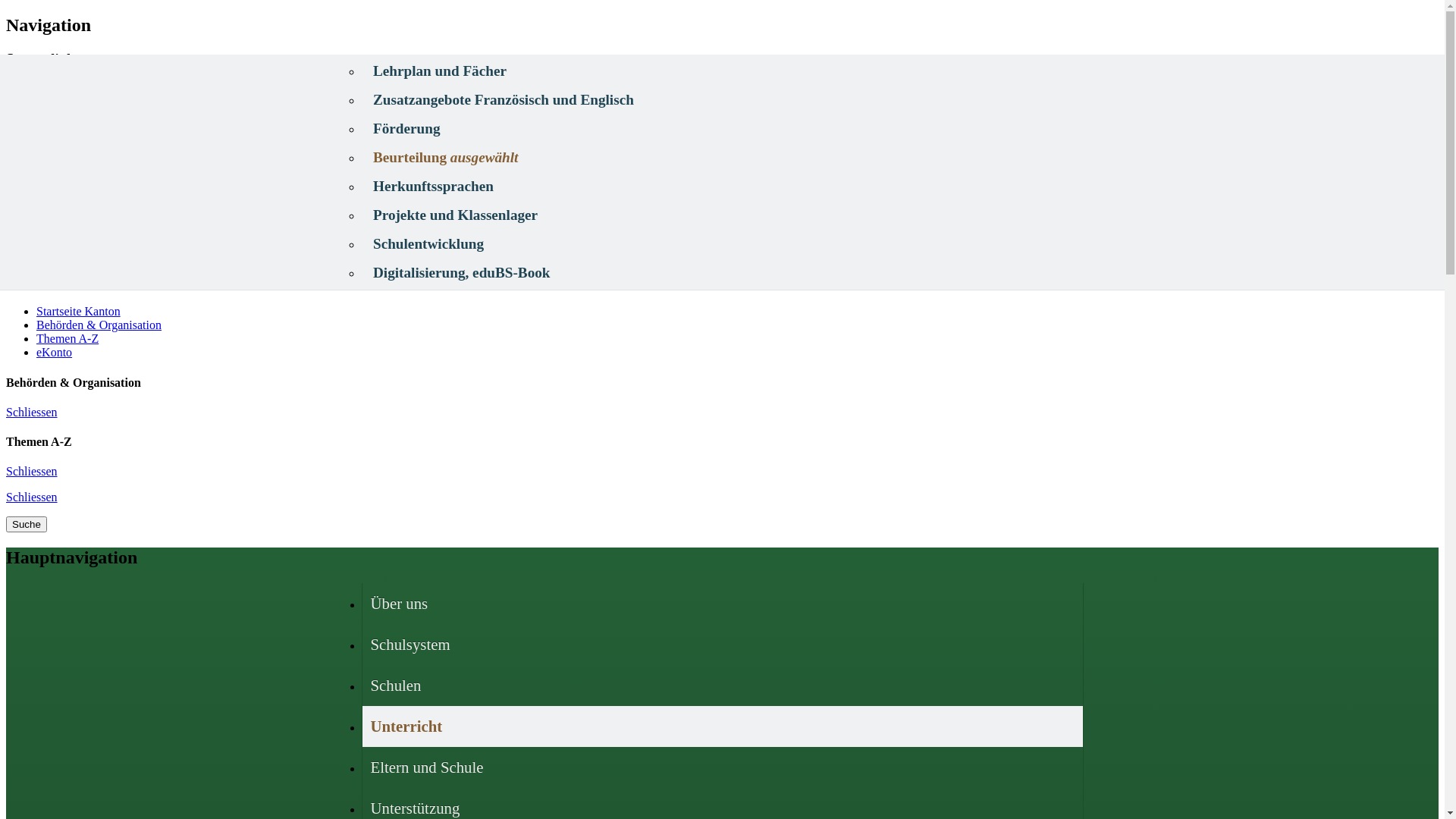  What do you see at coordinates (362, 685) in the screenshot?
I see `'Schulen'` at bounding box center [362, 685].